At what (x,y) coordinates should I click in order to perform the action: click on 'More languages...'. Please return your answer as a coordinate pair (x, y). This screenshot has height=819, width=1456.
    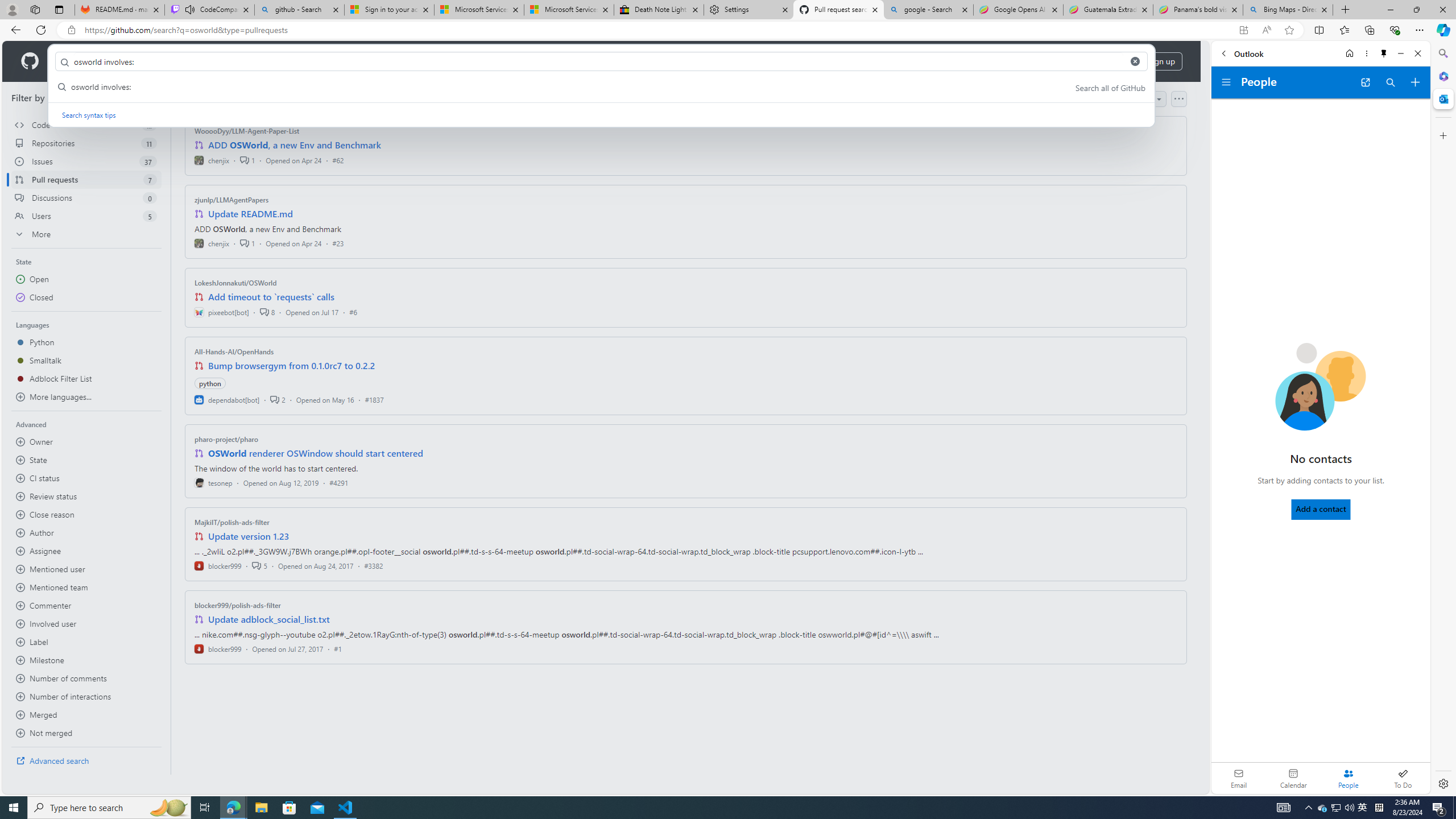
    Looking at the image, I should click on (86, 396).